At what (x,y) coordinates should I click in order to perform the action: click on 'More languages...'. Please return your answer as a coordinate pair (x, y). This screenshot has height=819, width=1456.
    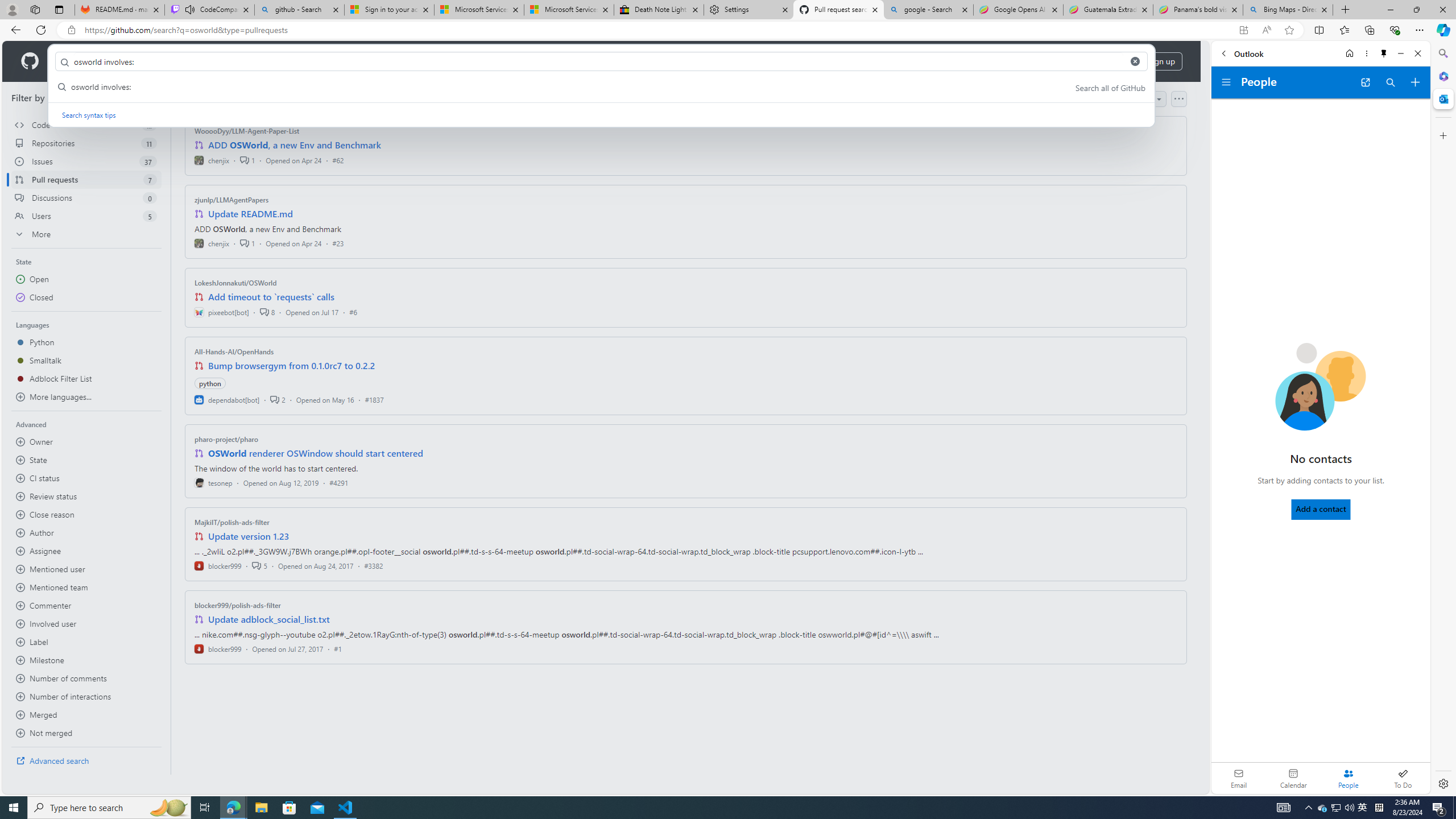
    Looking at the image, I should click on (86, 396).